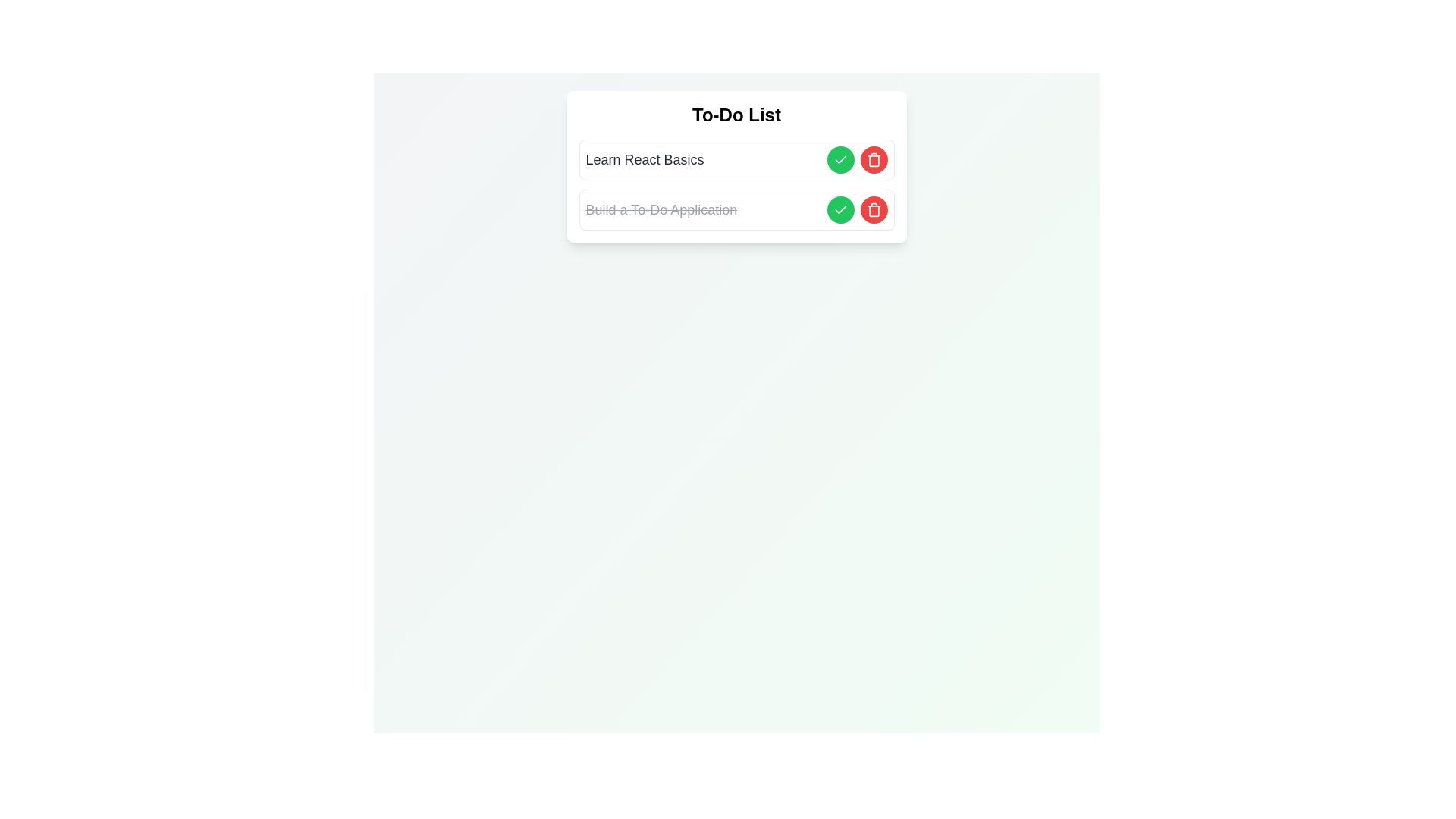  What do you see at coordinates (874, 210) in the screenshot?
I see `the circular red delete button with a trash can icon located on the right side of the row for the 'Build a To-Do Application' task` at bounding box center [874, 210].